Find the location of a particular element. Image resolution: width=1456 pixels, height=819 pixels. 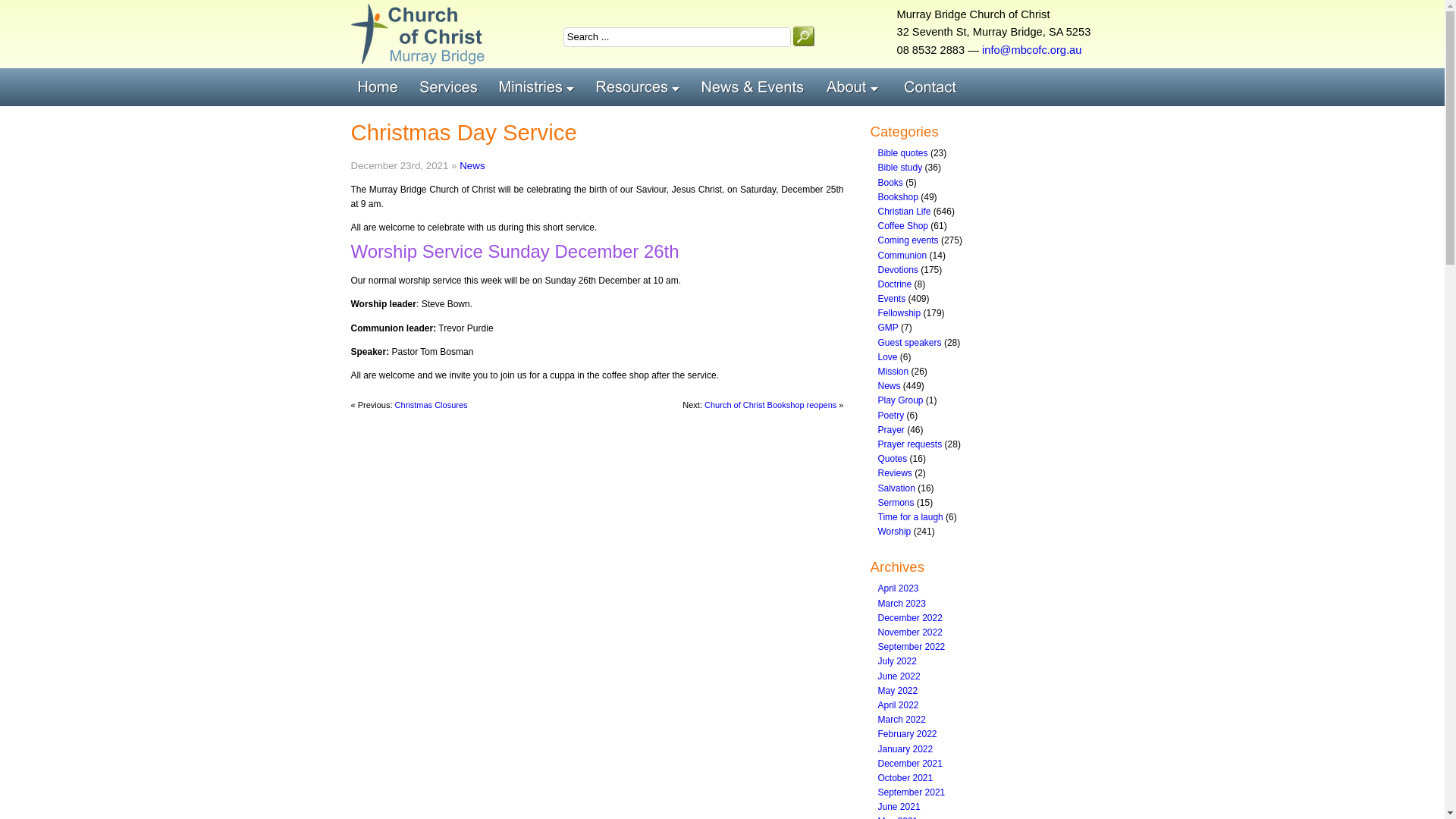

'Salvation' is located at coordinates (896, 488).